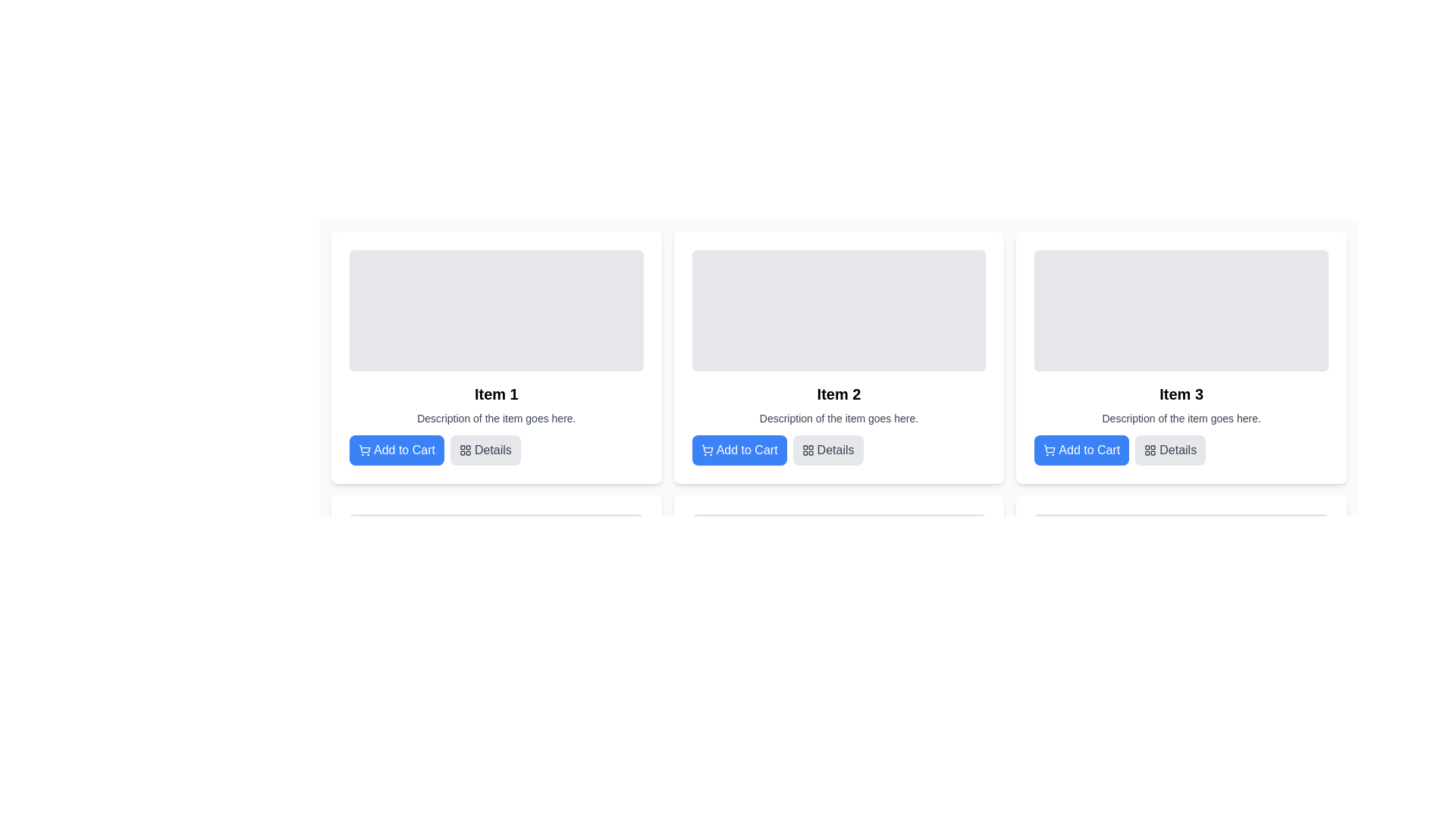  What do you see at coordinates (496, 357) in the screenshot?
I see `the first card in the grid layout that has a white background, rounded corners, and contains the title 'Item 1'` at bounding box center [496, 357].